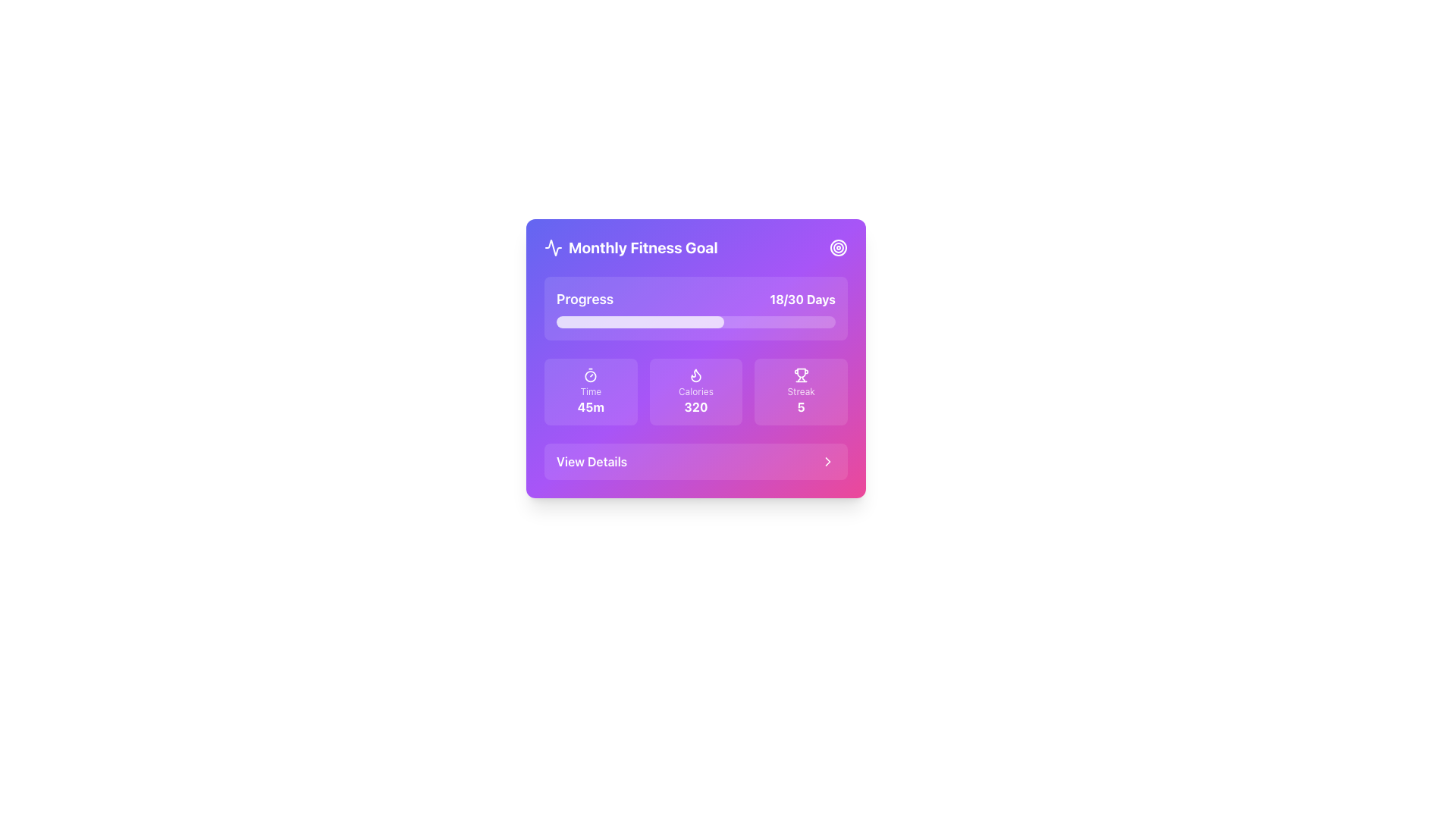  I want to click on the decorative icon located in the top-left corner of the 'Monthly Fitness Goal' card, adjacent to the title text, so click(552, 247).